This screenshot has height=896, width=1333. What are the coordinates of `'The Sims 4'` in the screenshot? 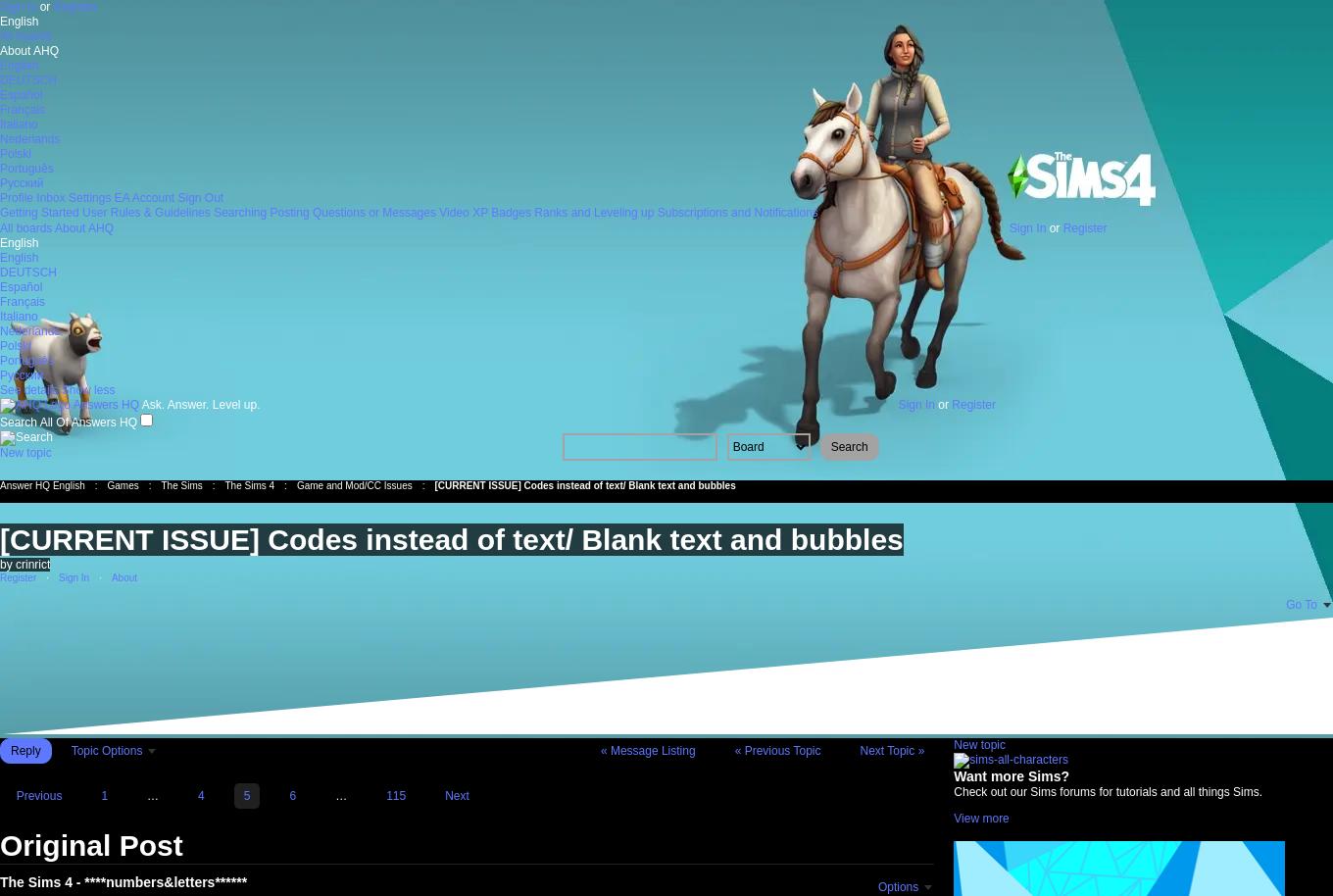 It's located at (224, 485).